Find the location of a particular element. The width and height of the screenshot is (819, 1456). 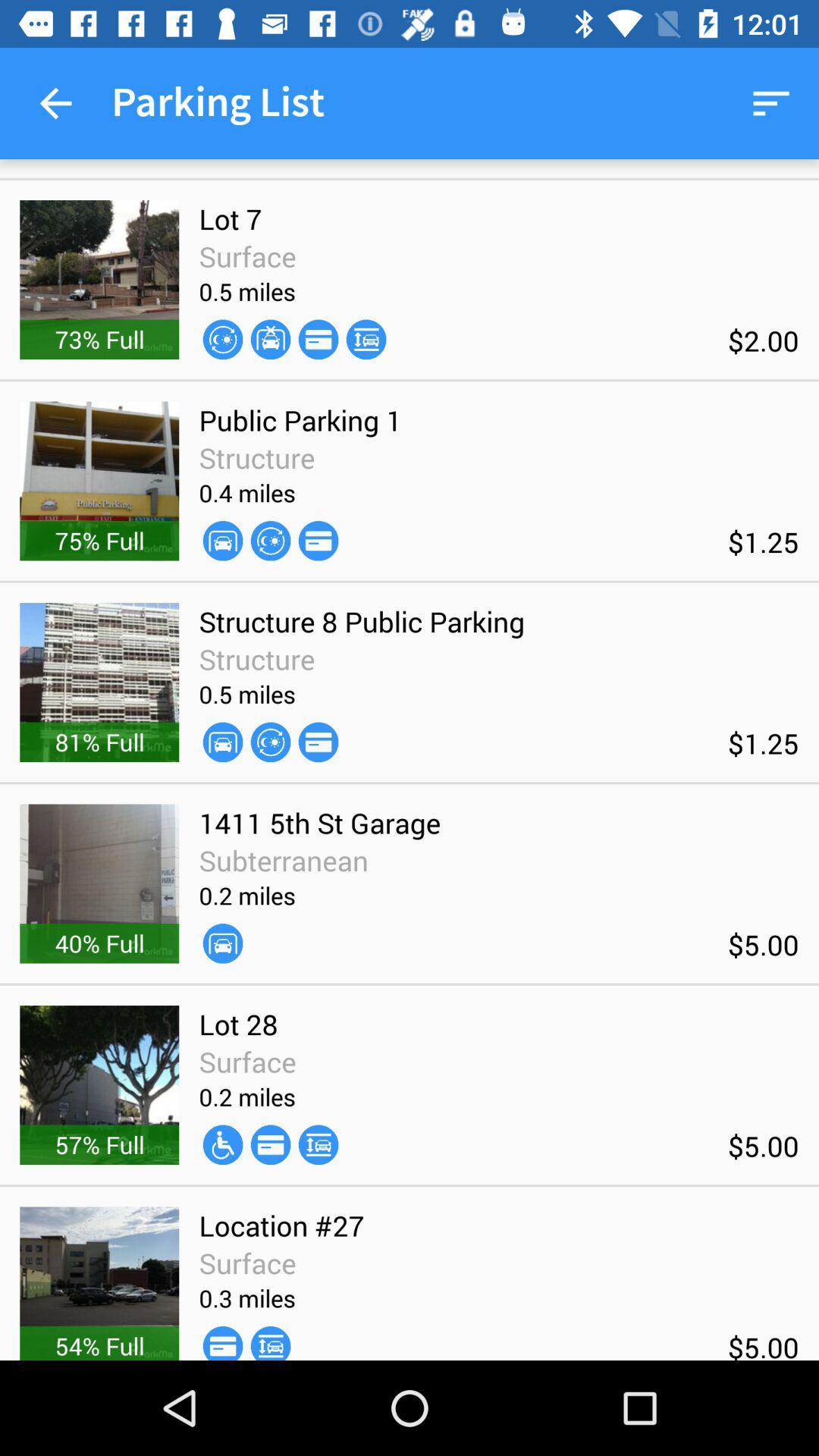

icon above the location #27 is located at coordinates (270, 1144).